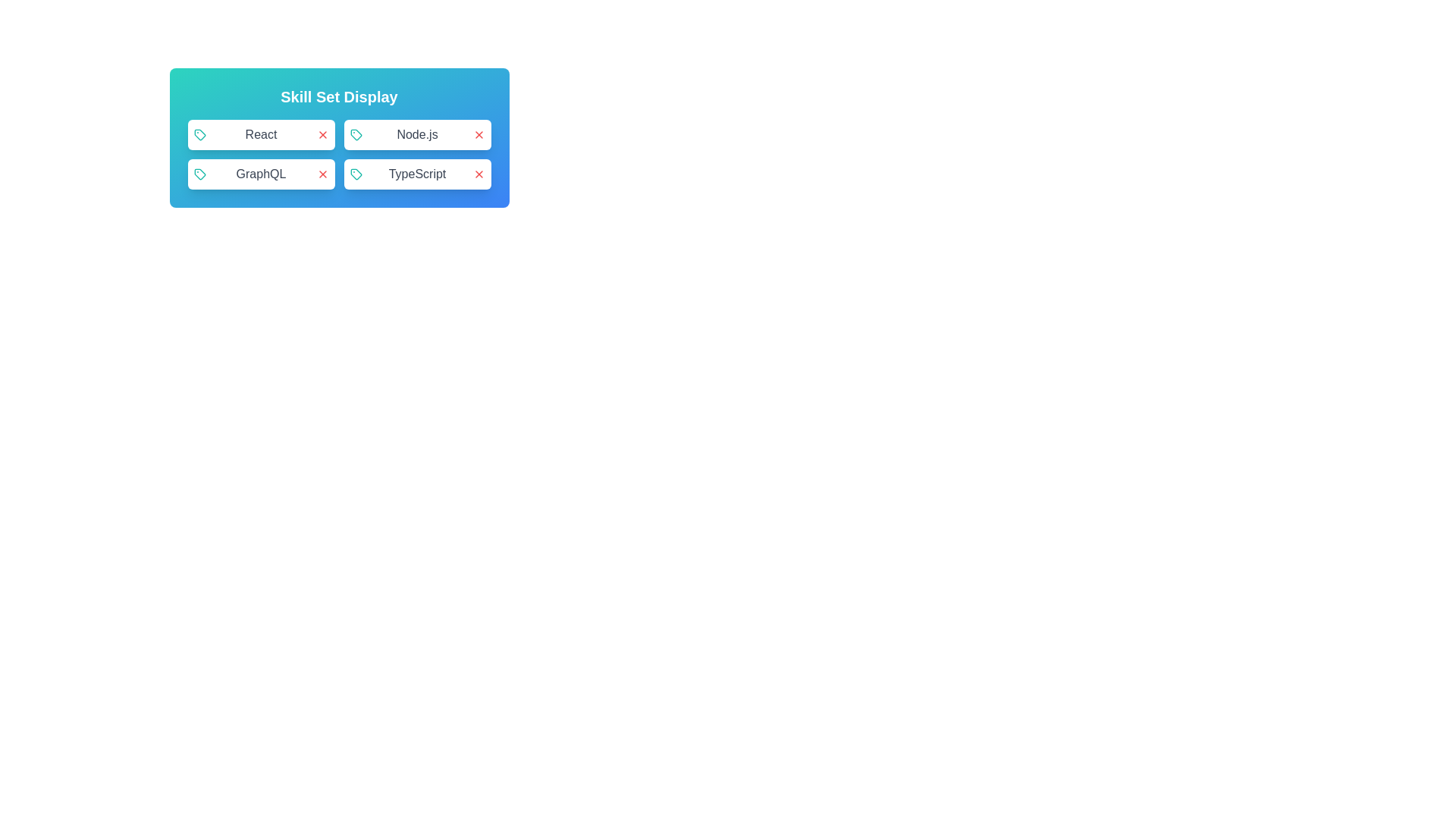 The height and width of the screenshot is (819, 1456). What do you see at coordinates (478, 133) in the screenshot?
I see `close button next to the skill Node.js to remove it` at bounding box center [478, 133].